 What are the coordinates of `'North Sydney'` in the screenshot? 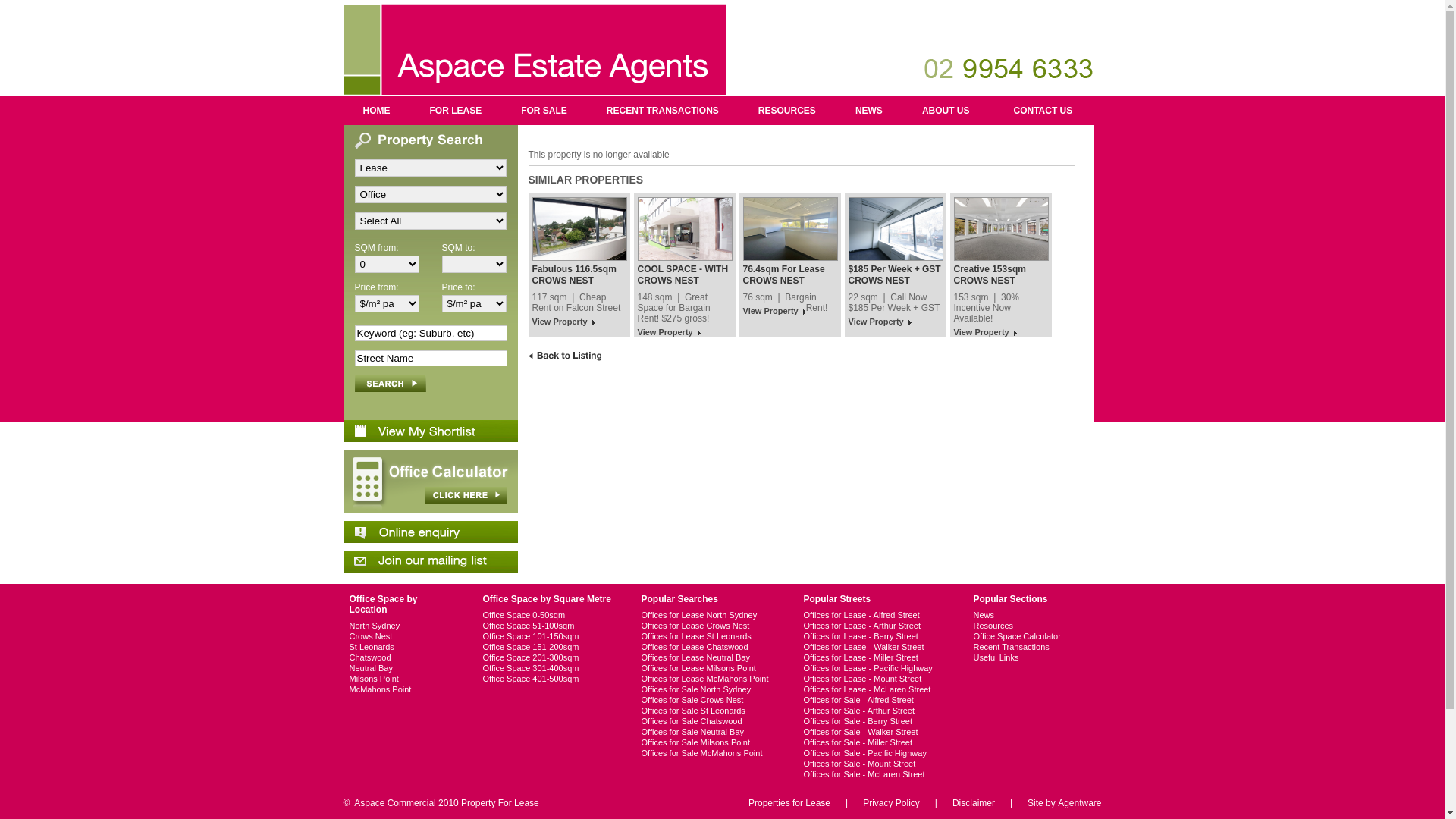 It's located at (403, 626).